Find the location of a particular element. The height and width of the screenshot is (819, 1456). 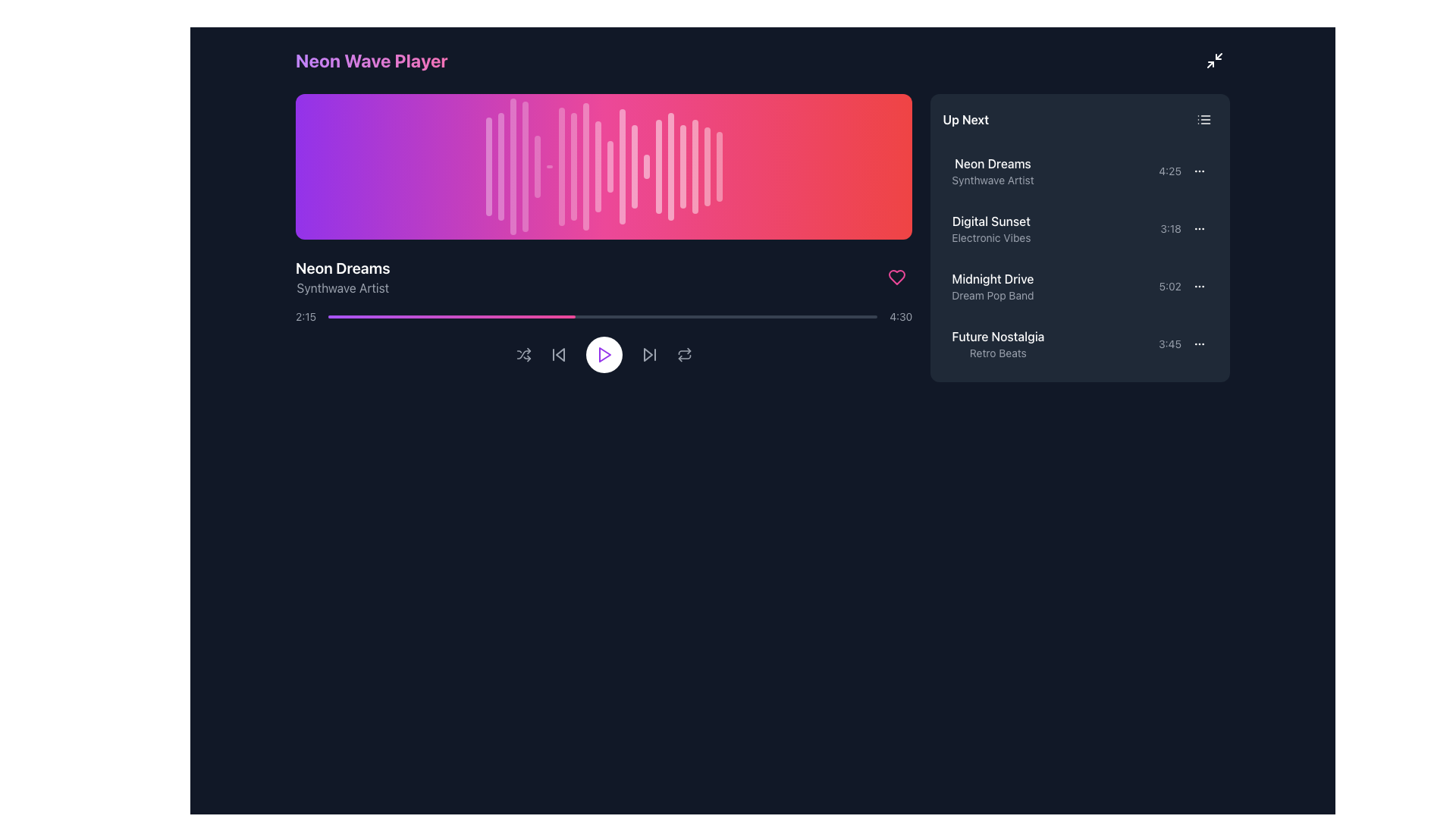

the central play button on the Control Panel is located at coordinates (603, 341).